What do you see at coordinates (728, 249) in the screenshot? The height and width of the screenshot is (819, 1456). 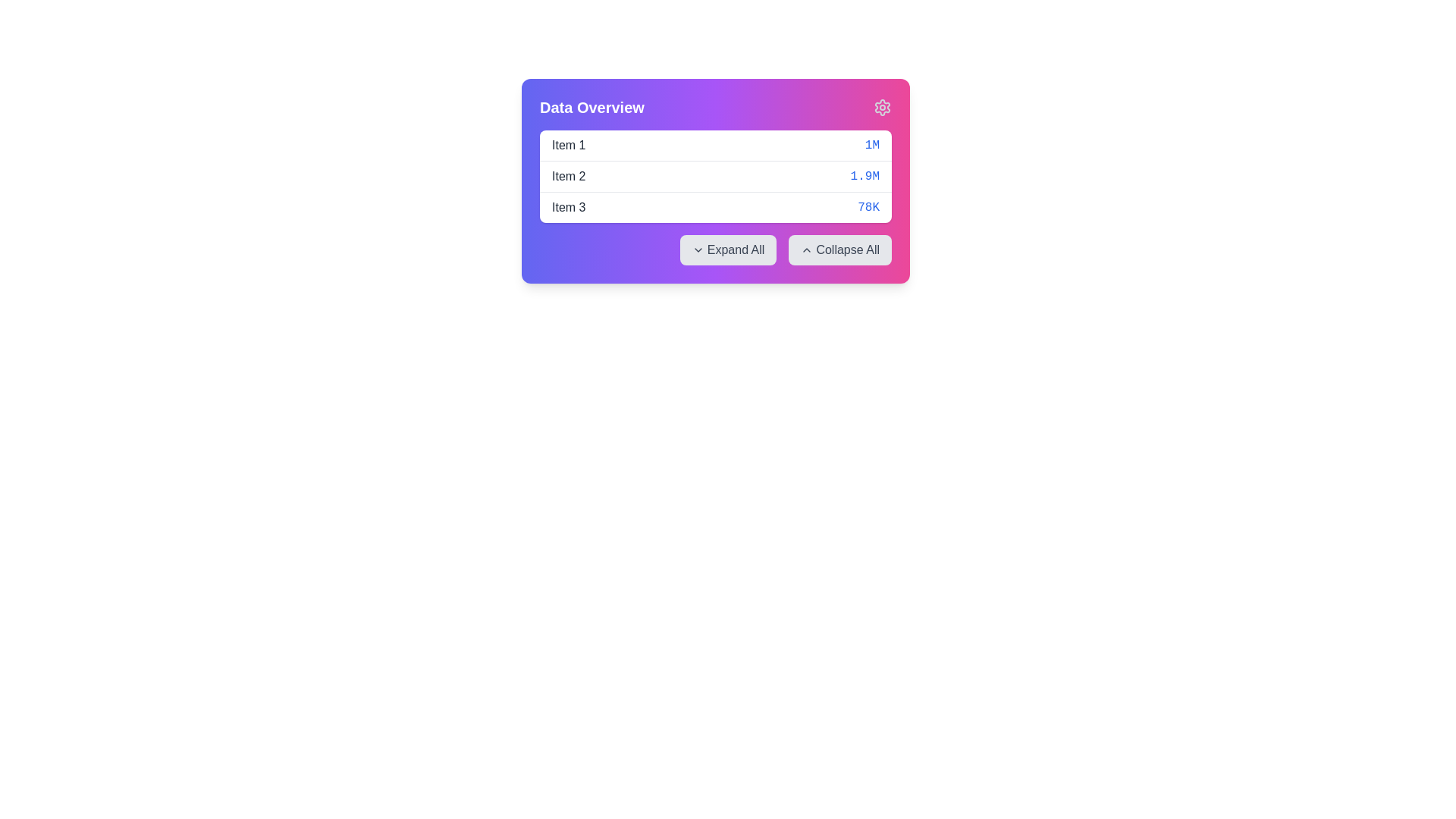 I see `the 'Expand All' button, which is a rectangular interactive button with a light gray background and a downward-facing chevron icon, located near the center of the interface underneath the 'Data Overview' titled box` at bounding box center [728, 249].